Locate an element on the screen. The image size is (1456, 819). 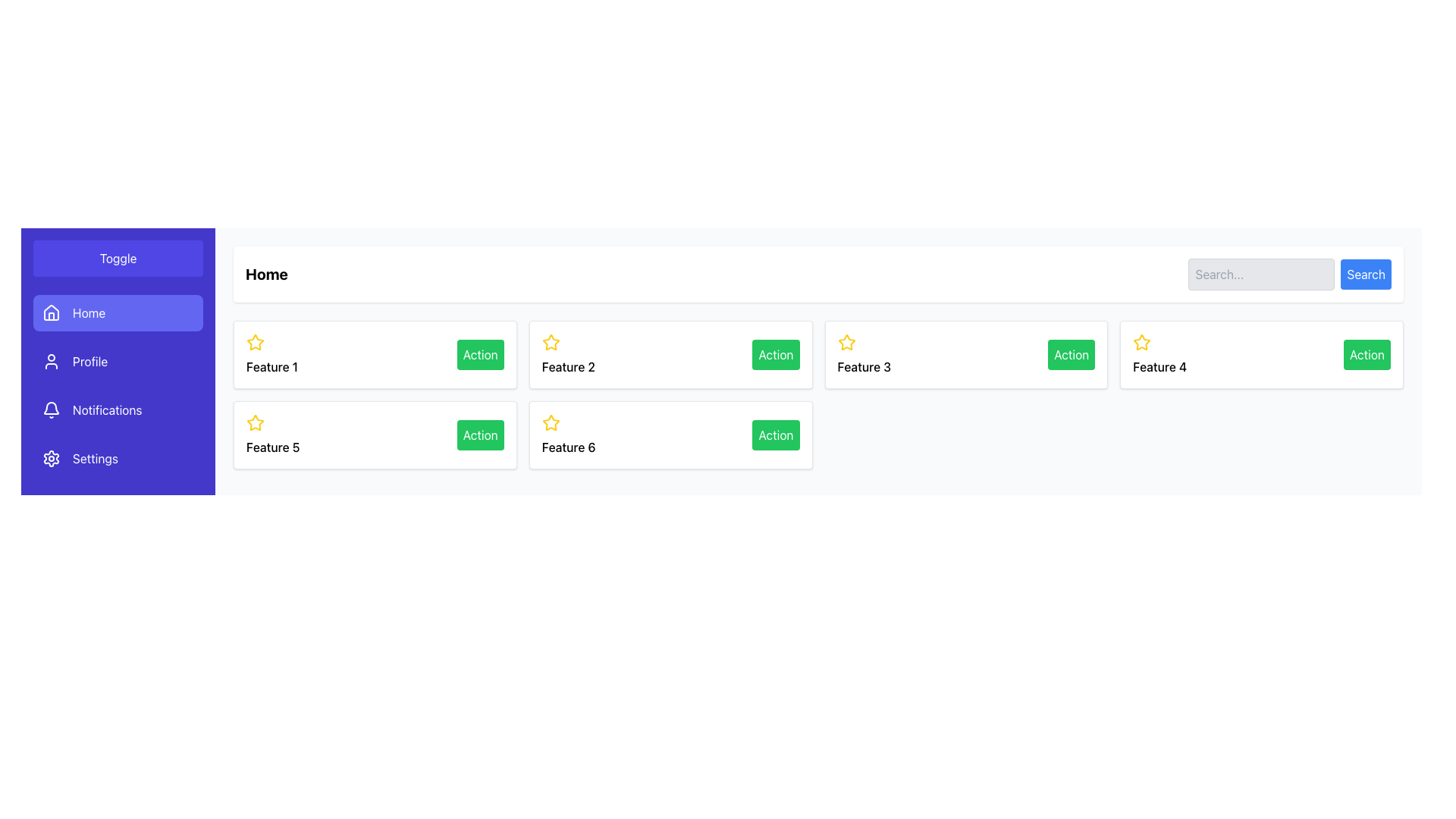
the text label displaying 'Feature 4' located in the fourth position of the features grid is located at coordinates (1159, 366).